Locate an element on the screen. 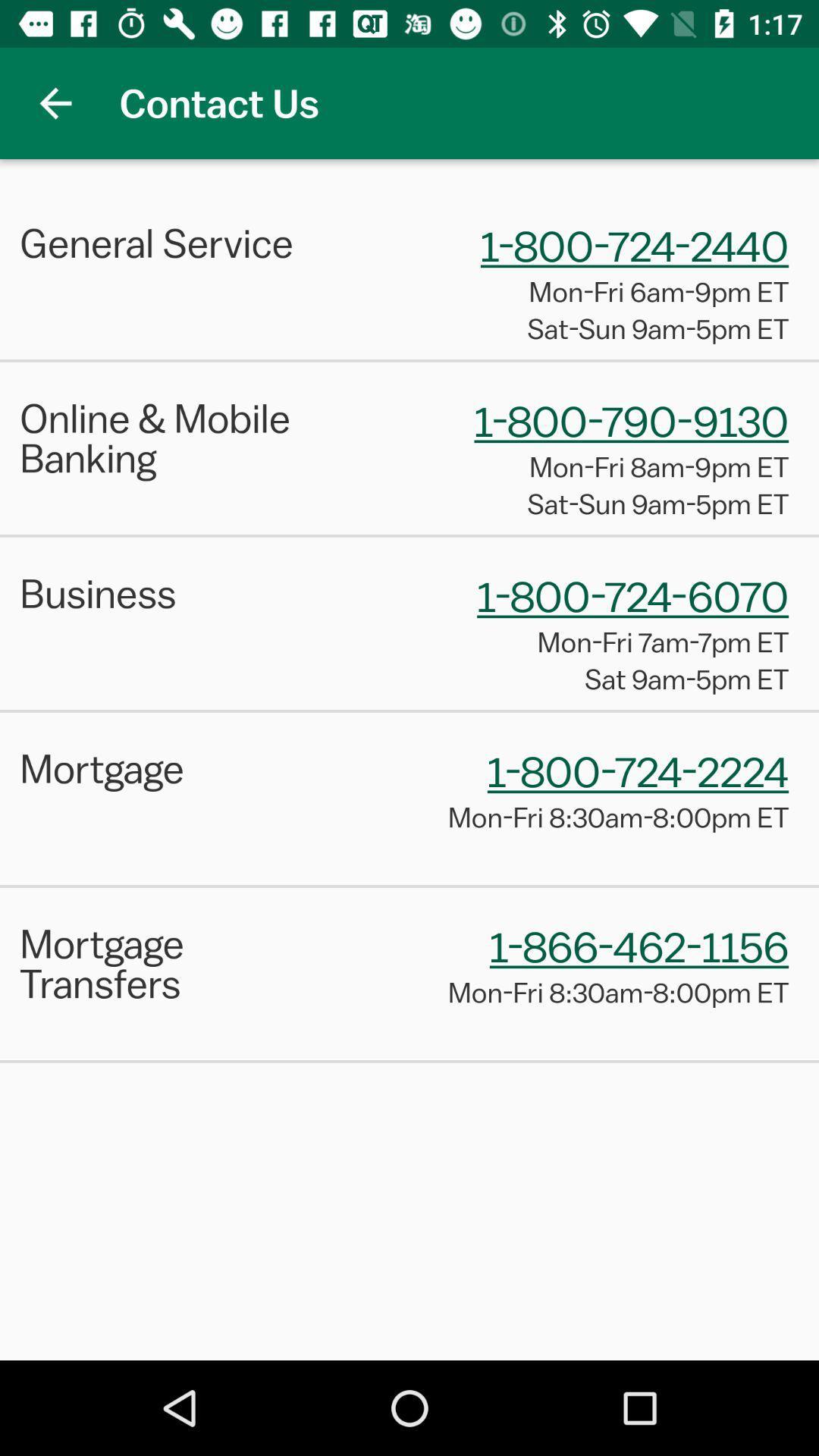 Image resolution: width=819 pixels, height=1456 pixels. the item above the business icon is located at coordinates (409, 535).